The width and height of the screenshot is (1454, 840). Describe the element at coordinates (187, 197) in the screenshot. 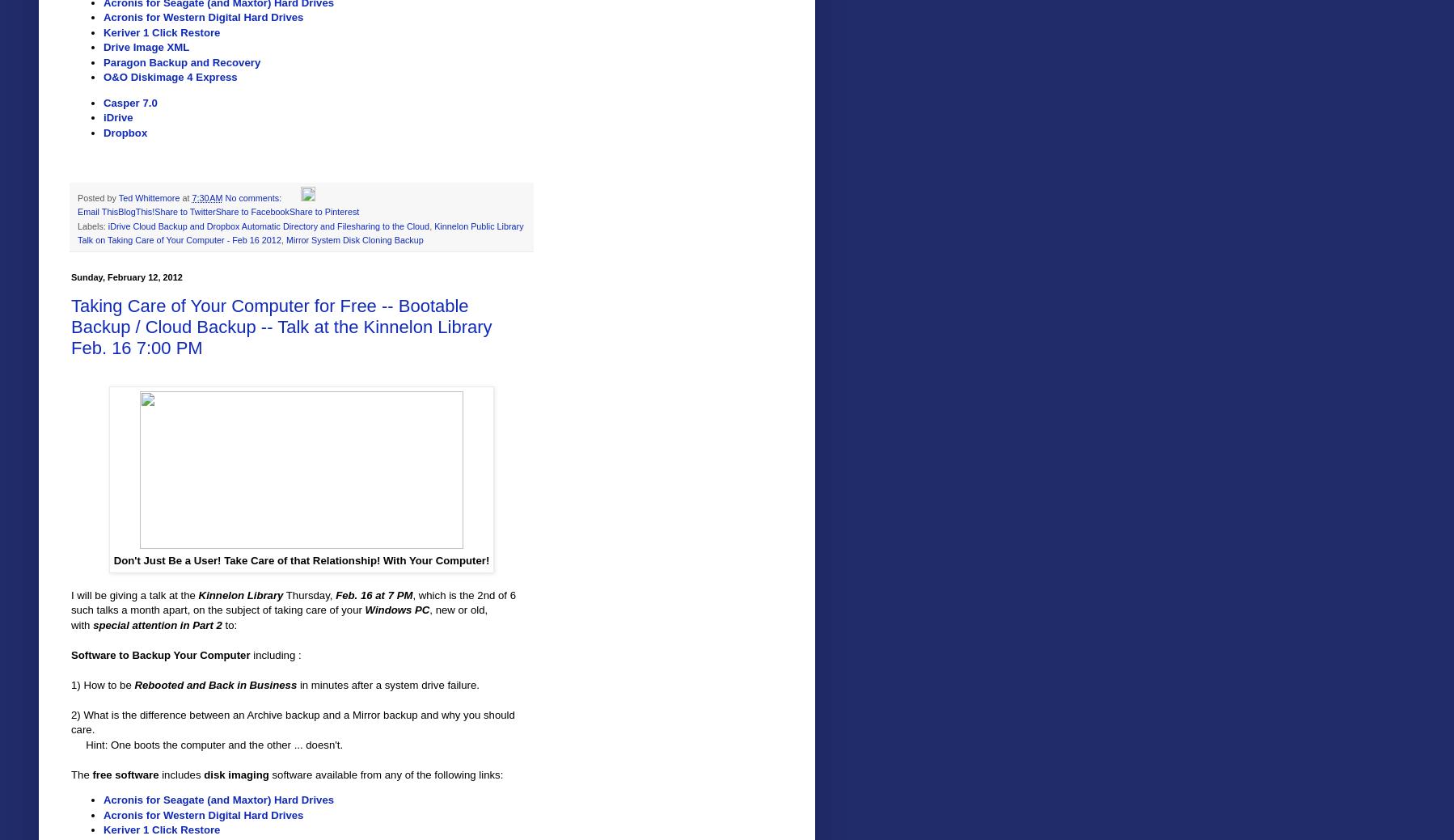

I see `'at'` at that location.